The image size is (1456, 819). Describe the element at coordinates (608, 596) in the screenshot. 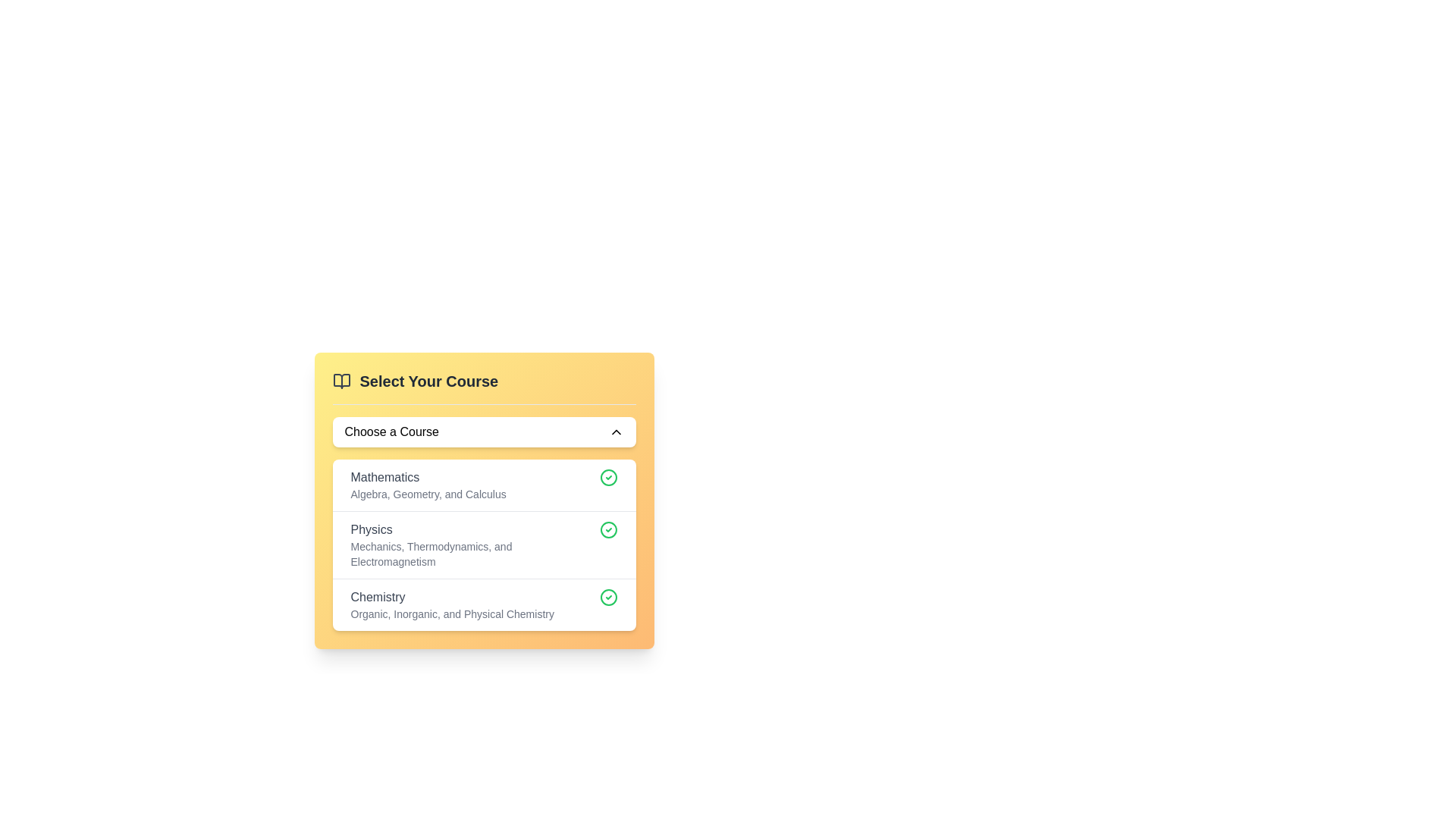

I see `the green circular check mark icon located next to the 'Chemistry' course entry in the third row of the course selection list` at that location.